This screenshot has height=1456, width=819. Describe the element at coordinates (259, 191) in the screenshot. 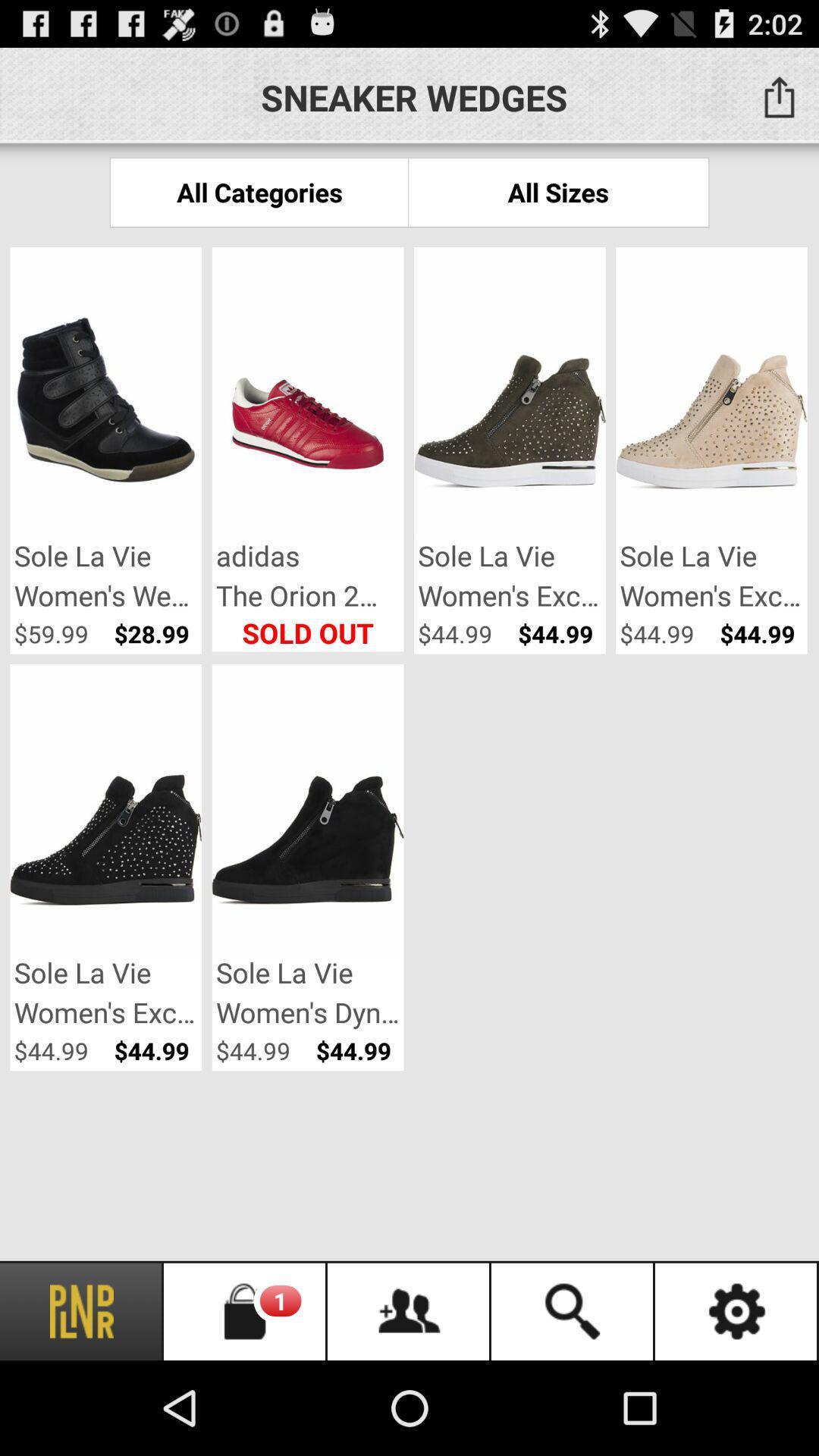

I see `the item below sneaker wedges app` at that location.